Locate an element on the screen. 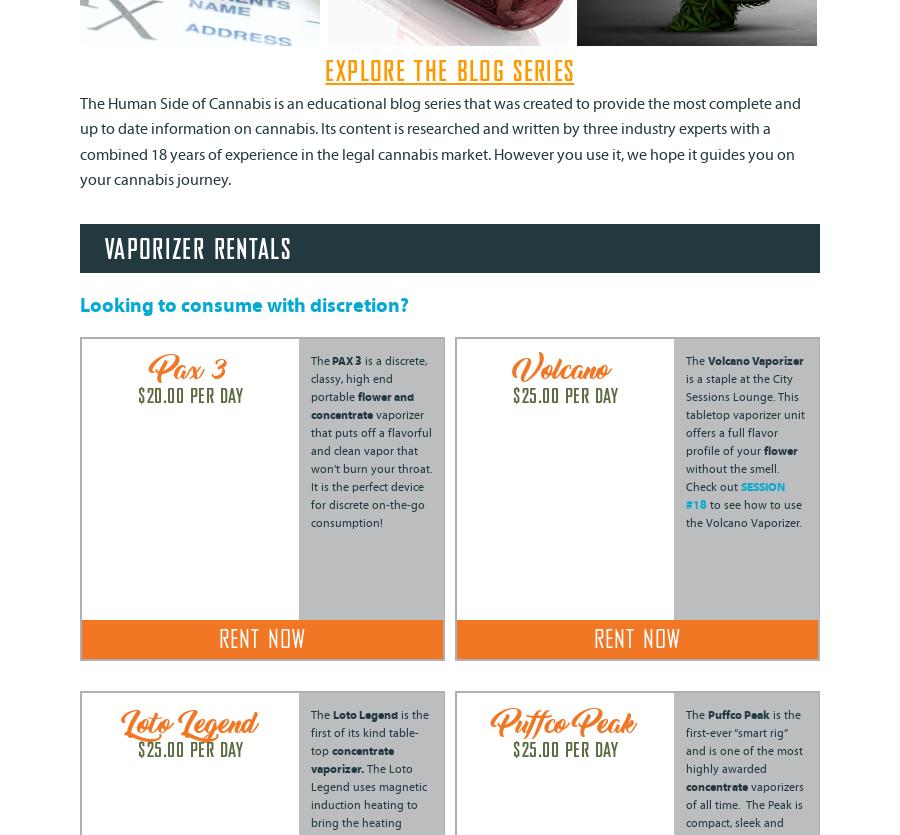  'EXPLORE THE BLOG SERIES' is located at coordinates (449, 72).